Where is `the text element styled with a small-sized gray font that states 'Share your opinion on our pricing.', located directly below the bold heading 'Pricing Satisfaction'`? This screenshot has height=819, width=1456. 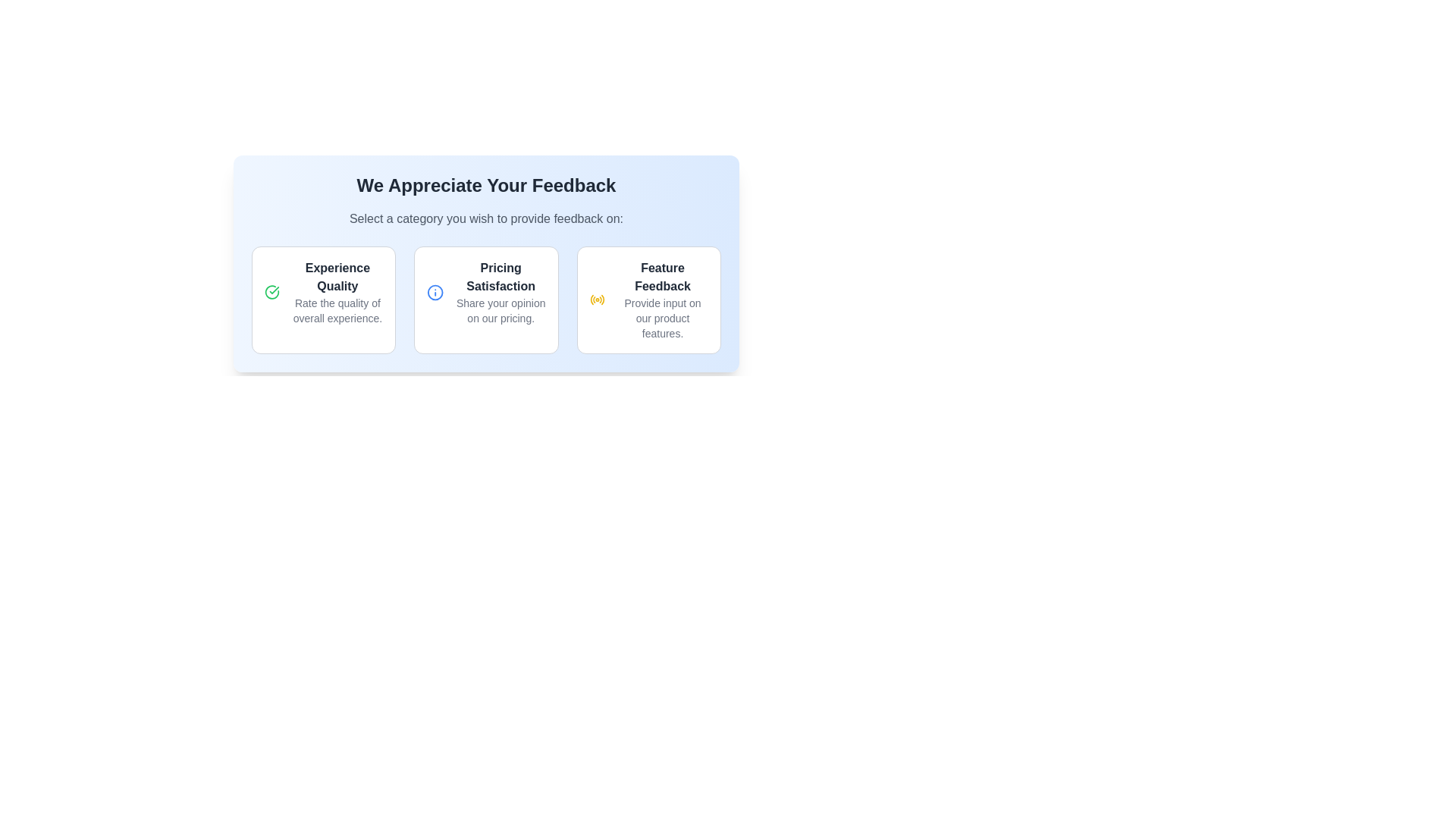
the text element styled with a small-sized gray font that states 'Share your opinion on our pricing.', located directly below the bold heading 'Pricing Satisfaction' is located at coordinates (500, 309).